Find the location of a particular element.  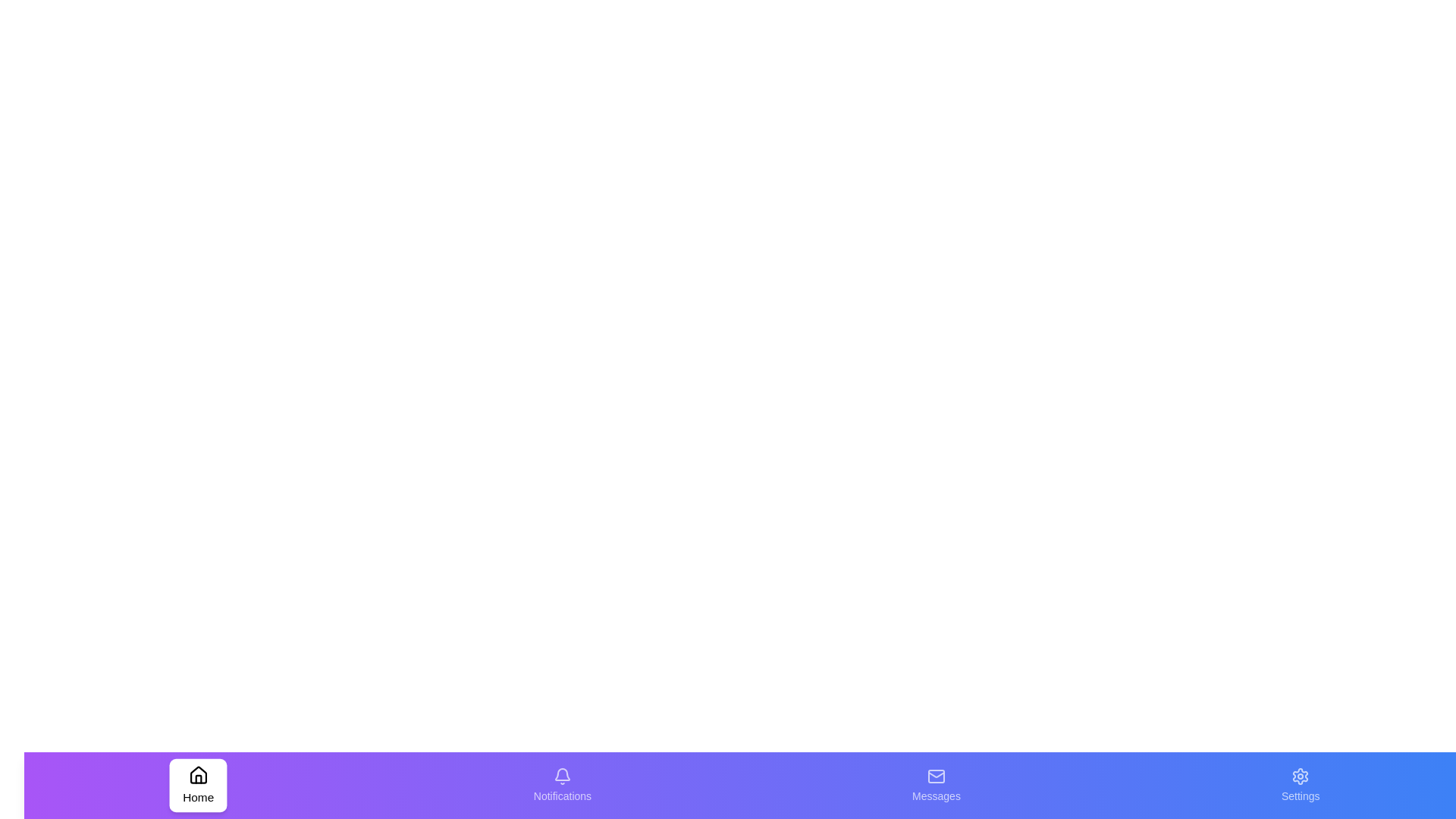

the Settings tab to observe its visual feedback is located at coordinates (1300, 785).